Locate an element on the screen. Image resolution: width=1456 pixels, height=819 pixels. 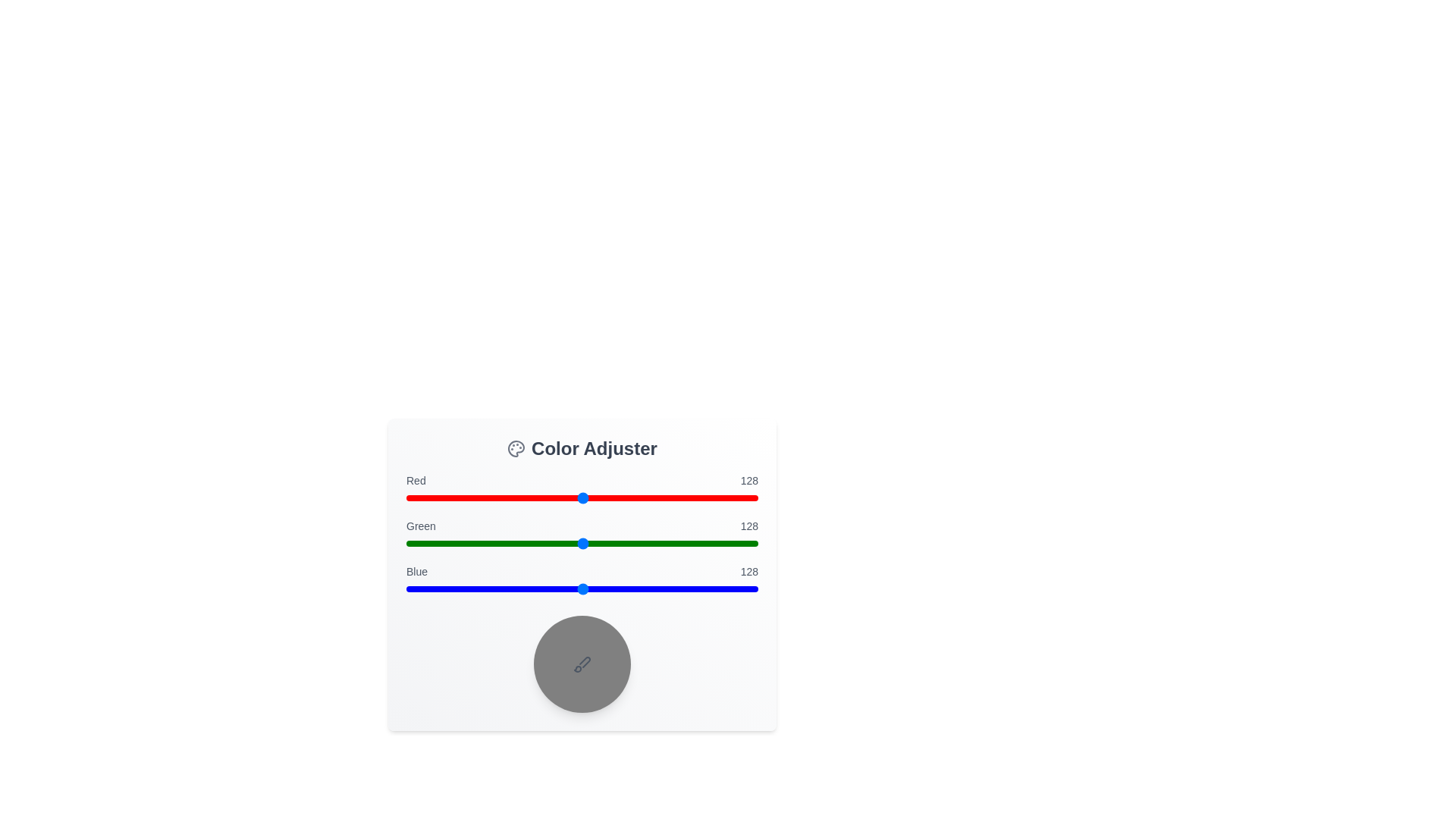
the blue slider to set its value to 47 is located at coordinates (470, 588).